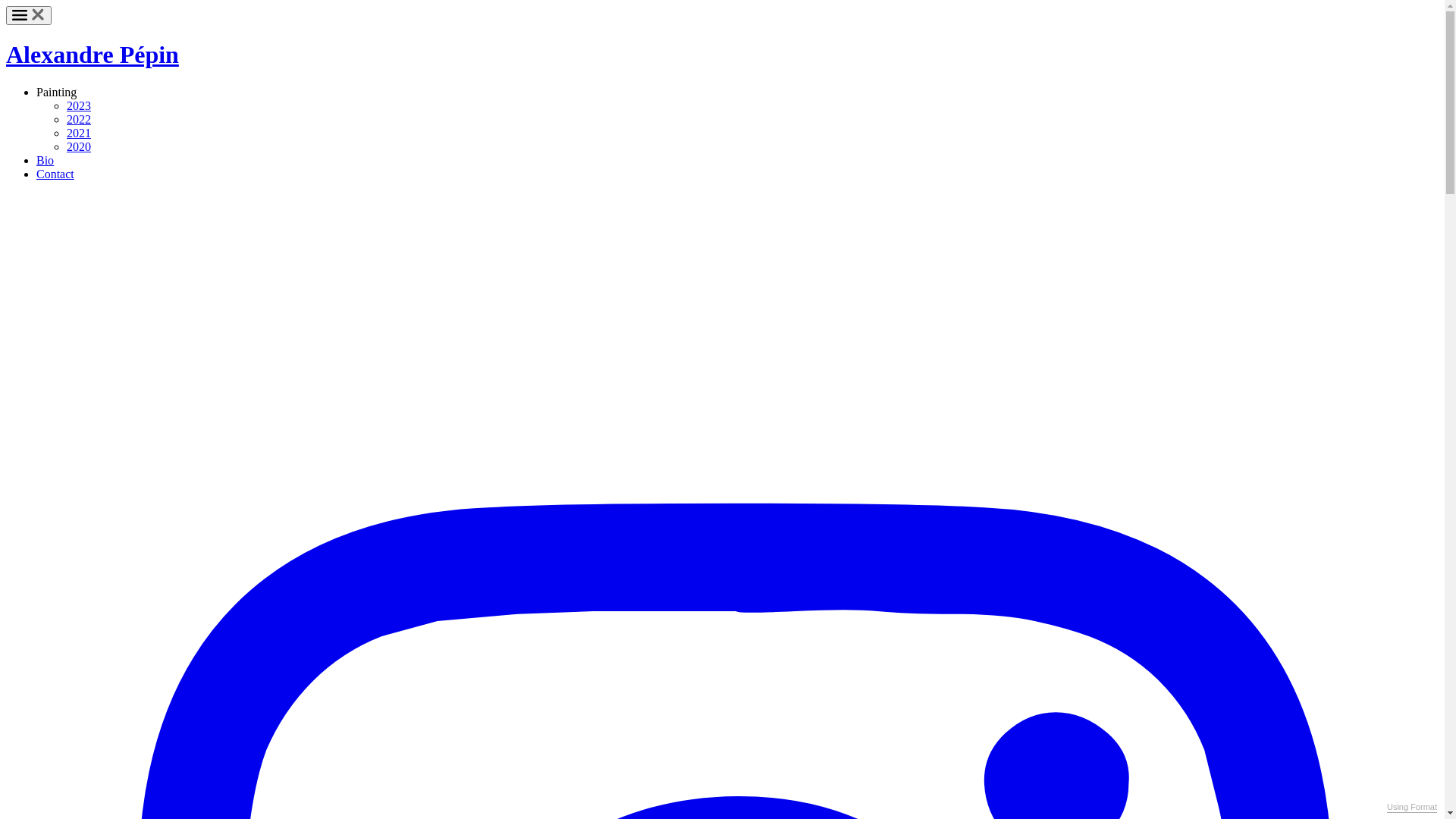 This screenshot has width=1456, height=819. What do you see at coordinates (36, 173) in the screenshot?
I see `'Contact'` at bounding box center [36, 173].